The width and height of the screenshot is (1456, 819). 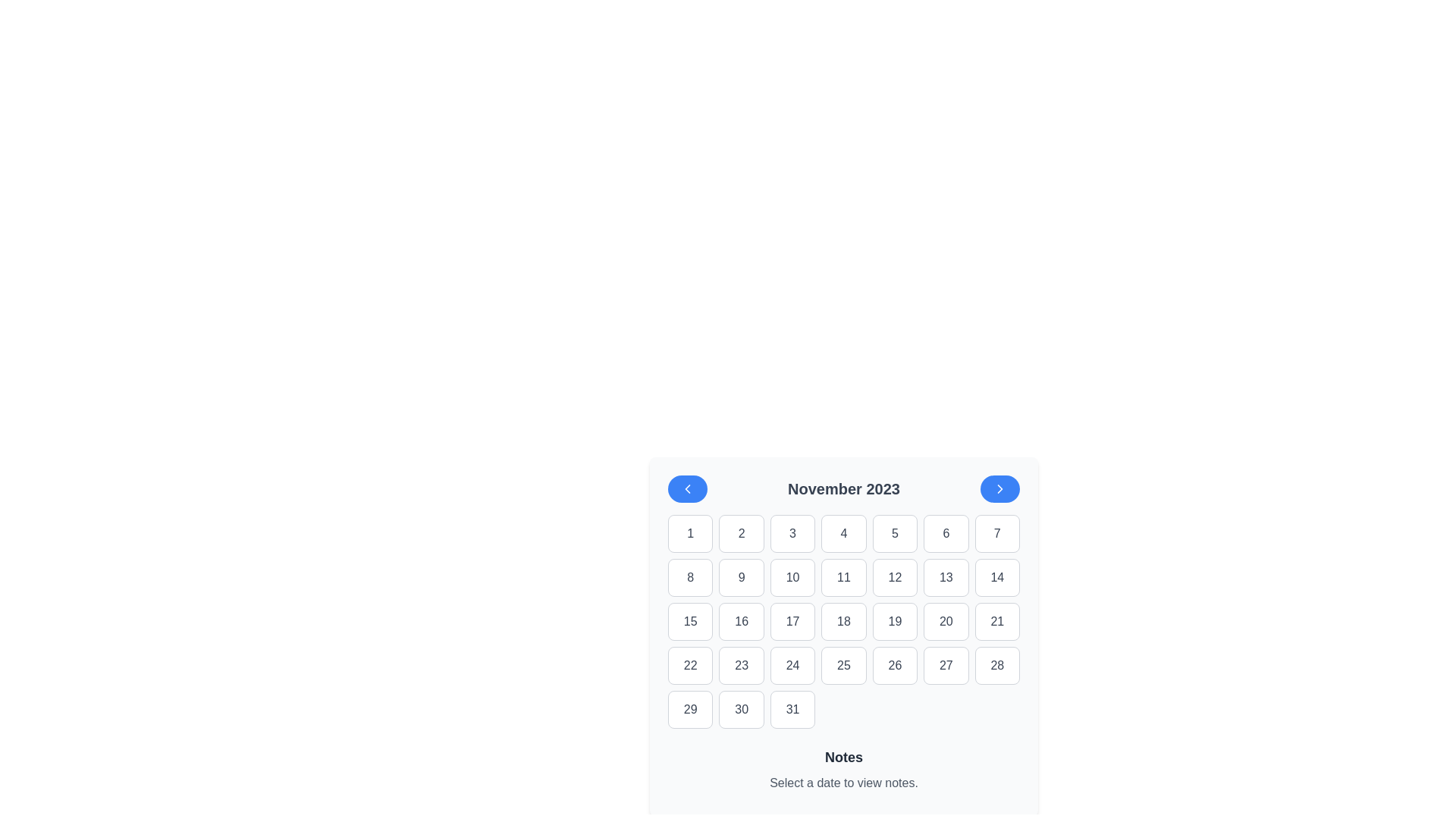 I want to click on the date selector button for the 29th day, located in the sixth row and first column of the calendar grid, so click(x=689, y=710).